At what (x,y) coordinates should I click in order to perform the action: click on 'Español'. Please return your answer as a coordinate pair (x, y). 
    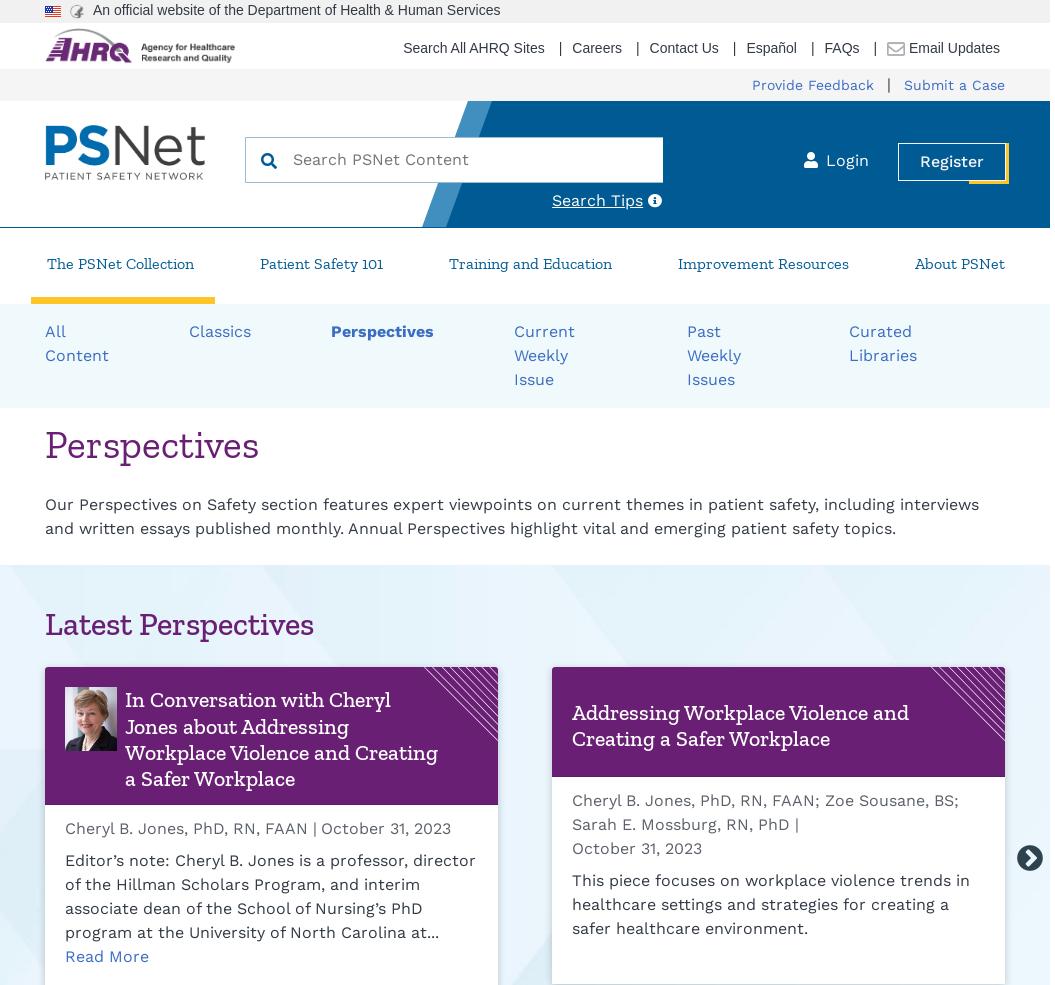
    Looking at the image, I should click on (769, 46).